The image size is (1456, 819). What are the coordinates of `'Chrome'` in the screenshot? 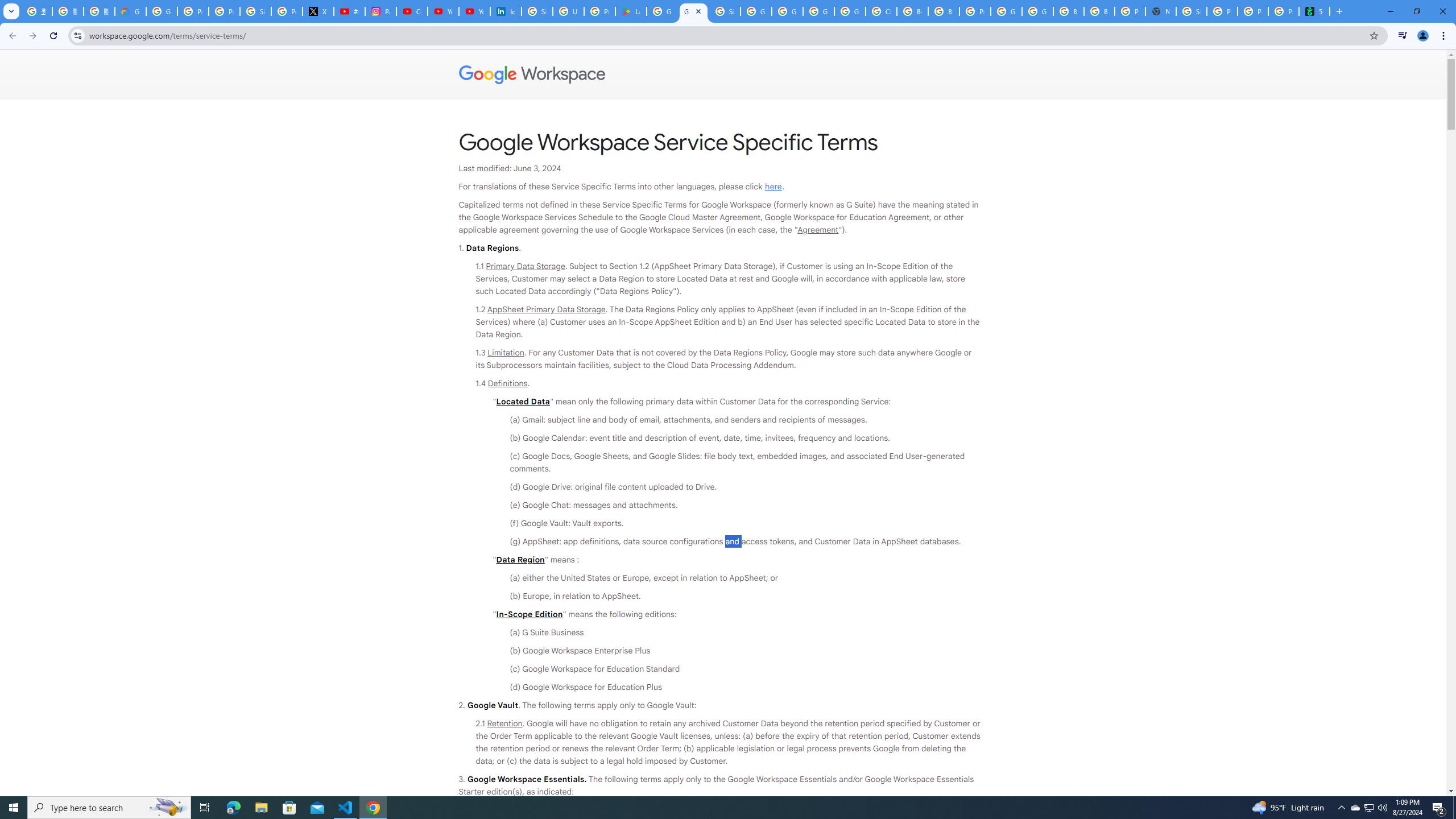 It's located at (1444, 35).